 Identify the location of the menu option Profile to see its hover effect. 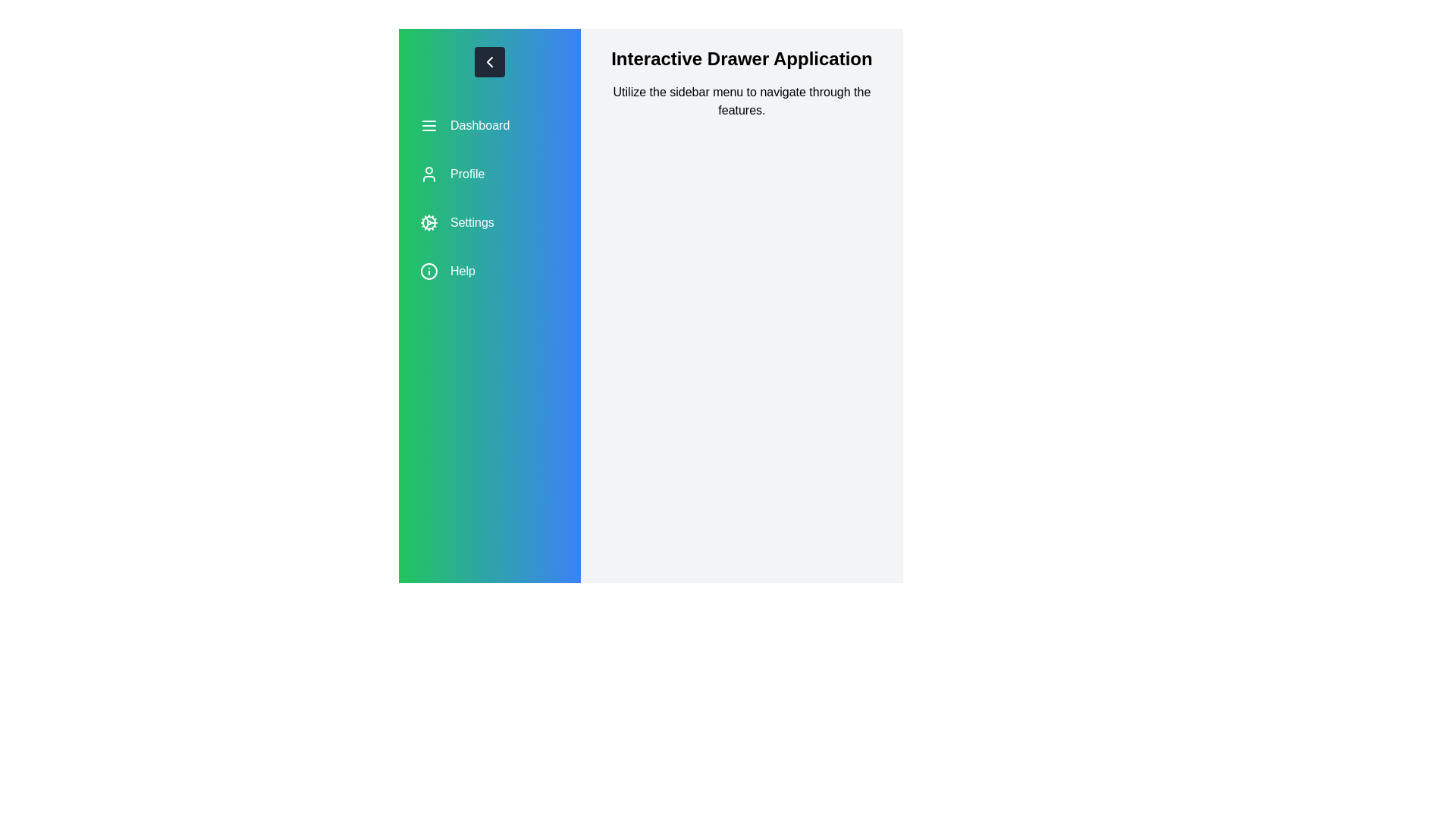
(489, 174).